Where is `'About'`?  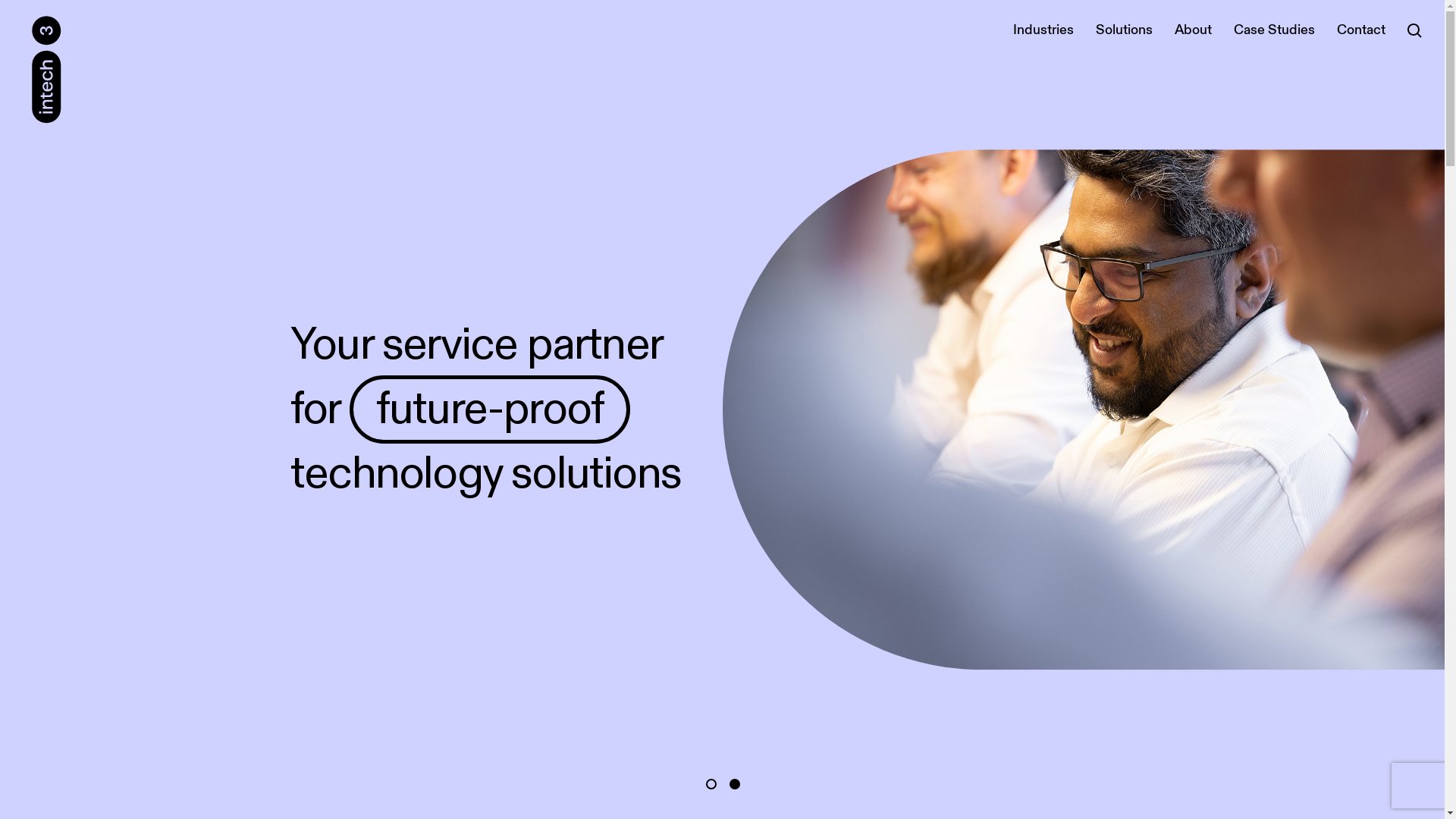
'About' is located at coordinates (1192, 30).